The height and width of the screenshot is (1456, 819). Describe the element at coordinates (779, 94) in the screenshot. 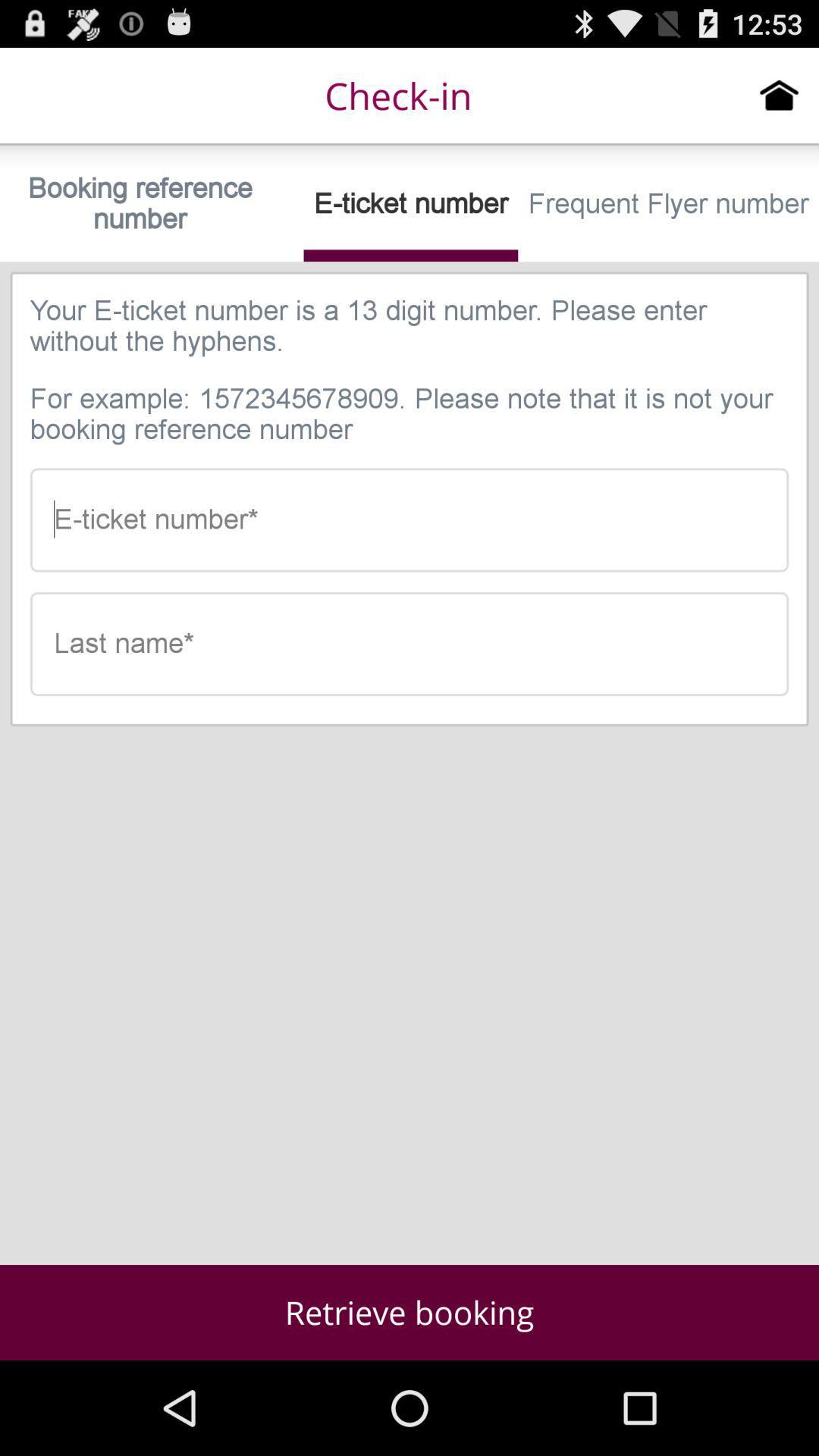

I see `item above frequent flyer number` at that location.